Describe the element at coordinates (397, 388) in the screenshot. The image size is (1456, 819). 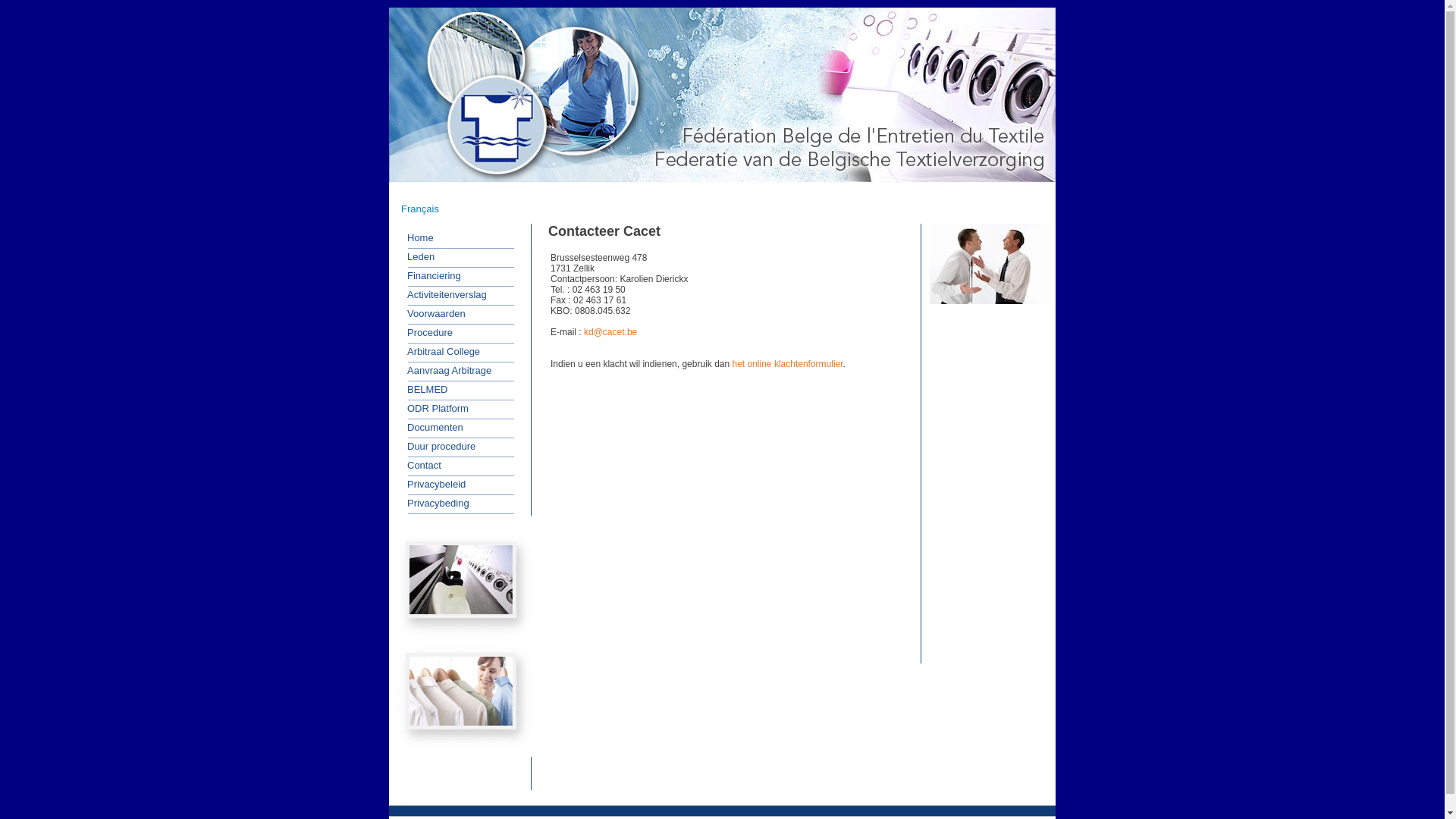
I see `'BELMED'` at that location.